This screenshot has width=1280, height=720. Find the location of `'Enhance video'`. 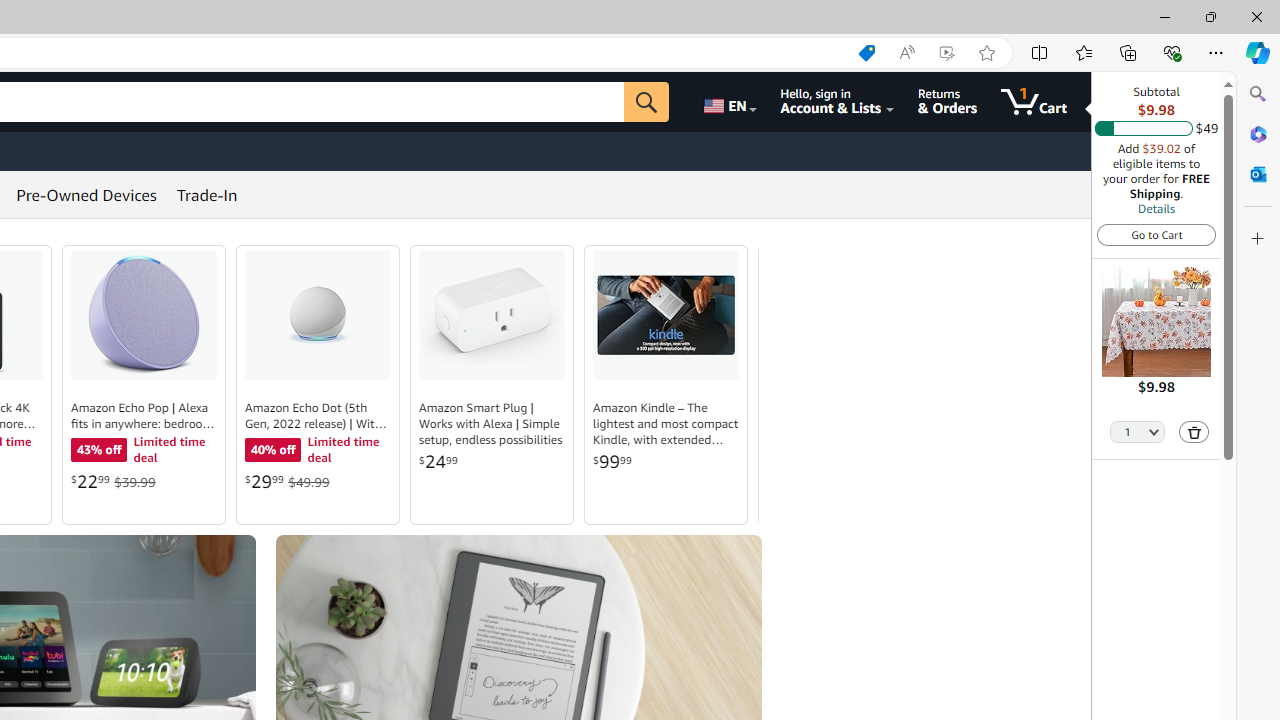

'Enhance video' is located at coordinates (945, 52).